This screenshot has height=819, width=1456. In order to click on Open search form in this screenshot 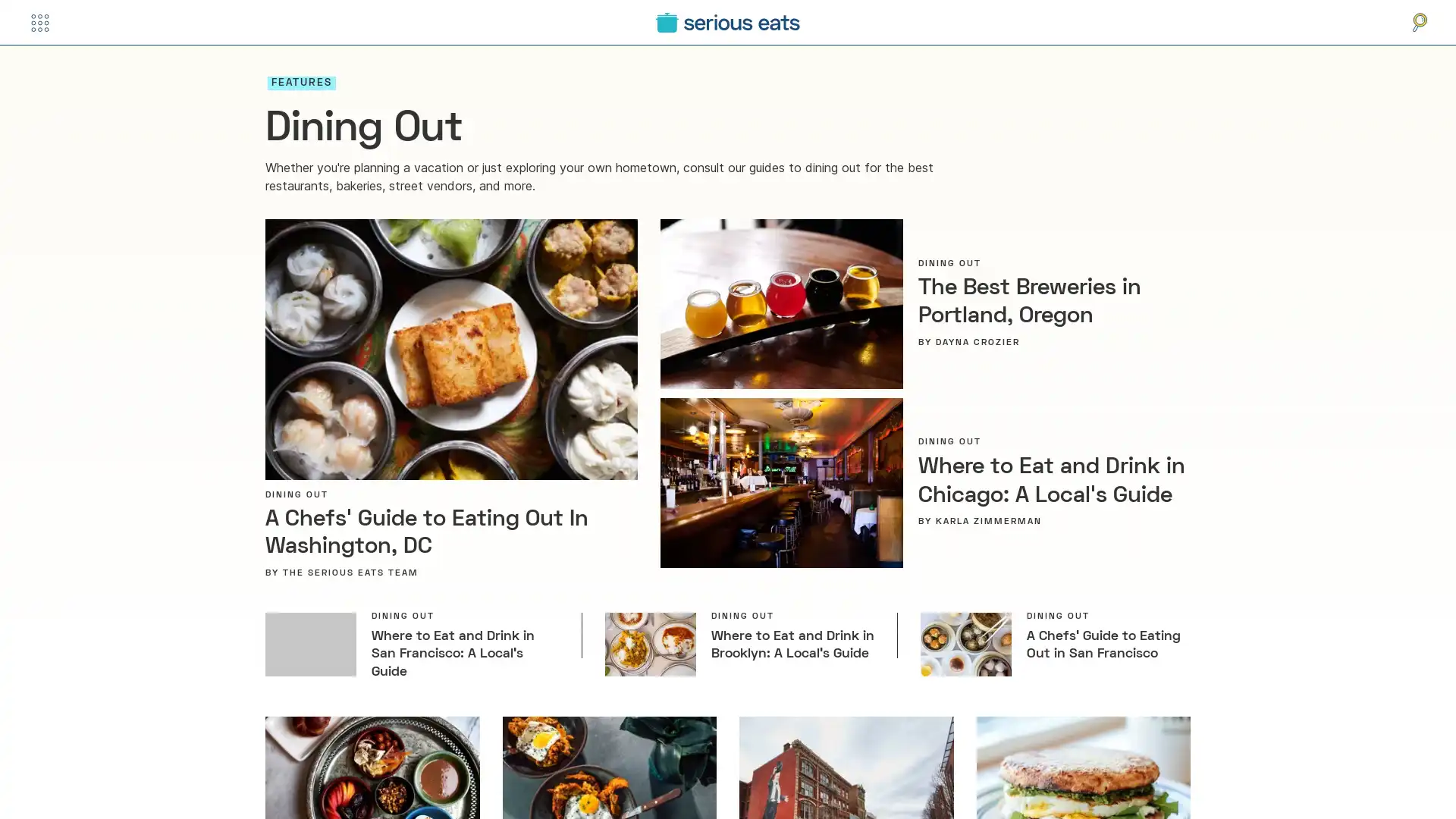, I will do `click(1419, 22)`.